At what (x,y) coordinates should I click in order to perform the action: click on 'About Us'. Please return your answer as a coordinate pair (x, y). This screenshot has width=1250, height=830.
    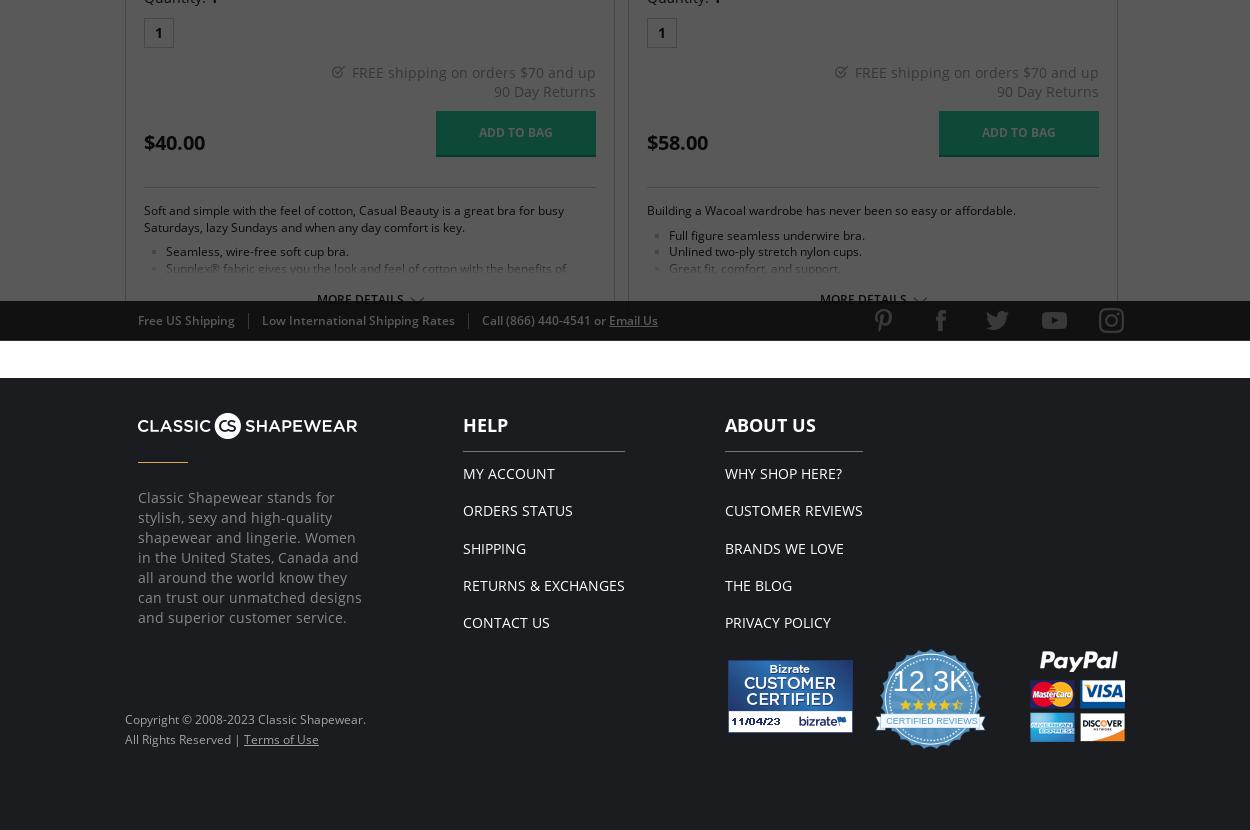
    Looking at the image, I should click on (770, 423).